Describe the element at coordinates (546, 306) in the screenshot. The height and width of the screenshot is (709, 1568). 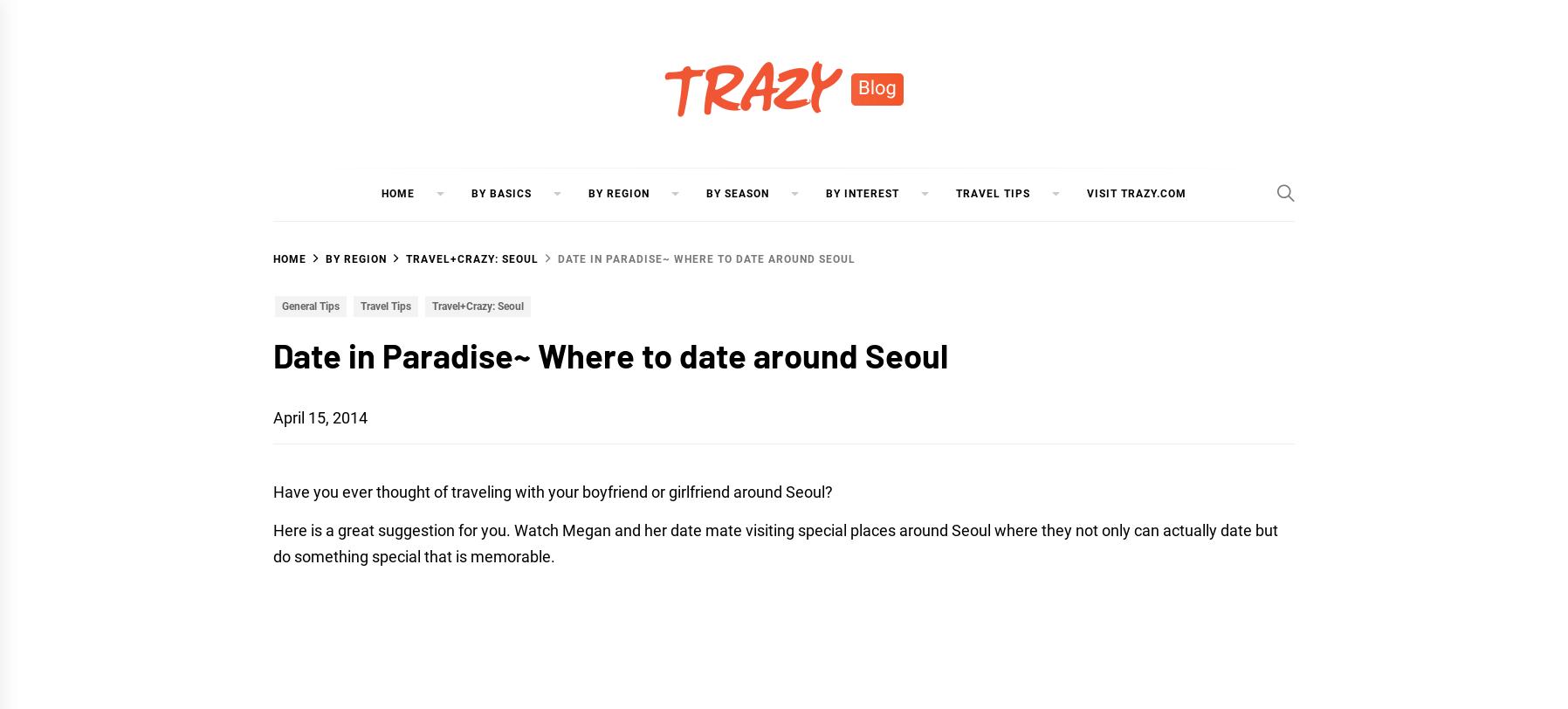
I see `'Getting Around Korea'` at that location.